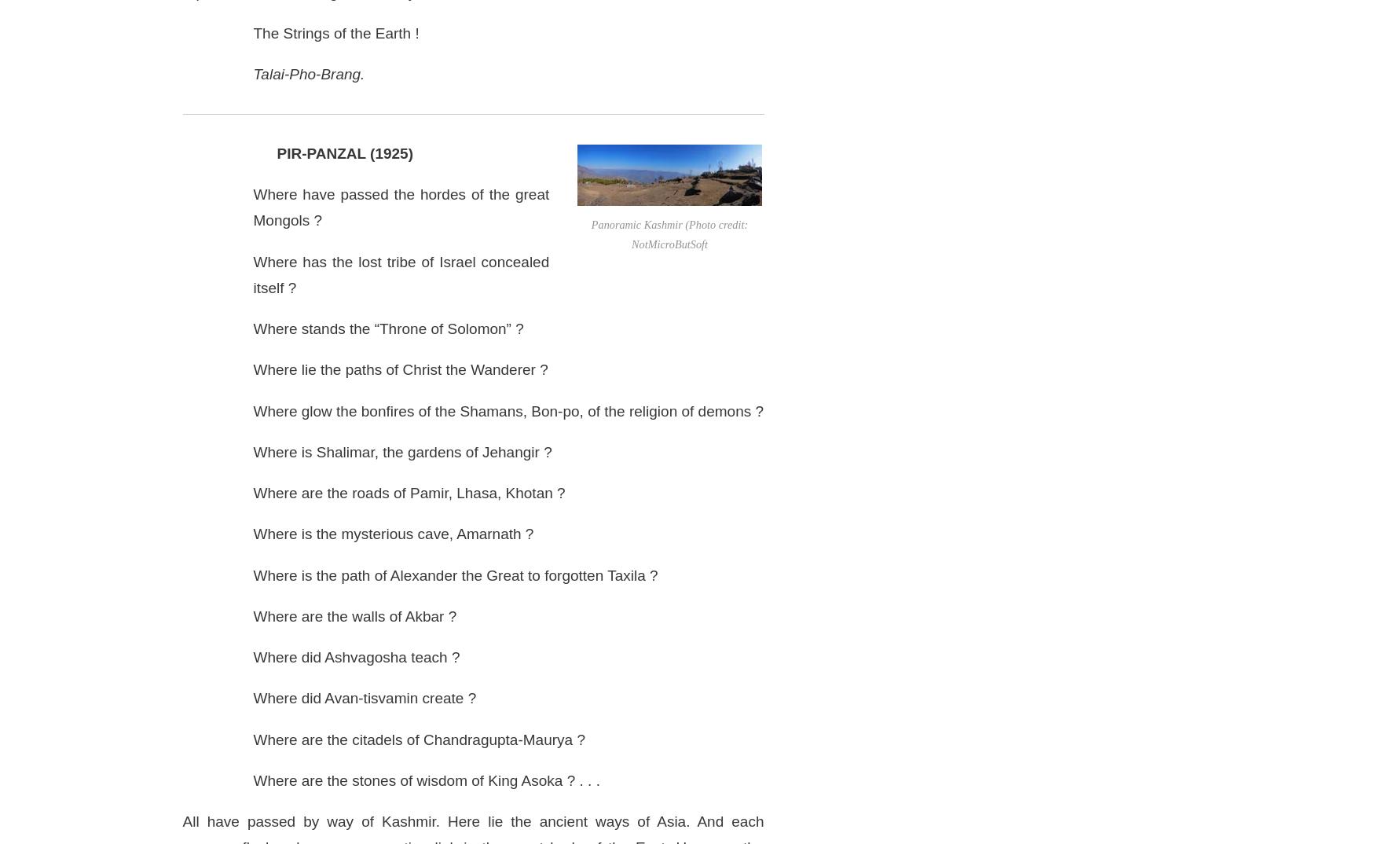 The width and height of the screenshot is (1400, 844). I want to click on 'Where have passed the hordes of the great Mongols ?', so click(400, 206).